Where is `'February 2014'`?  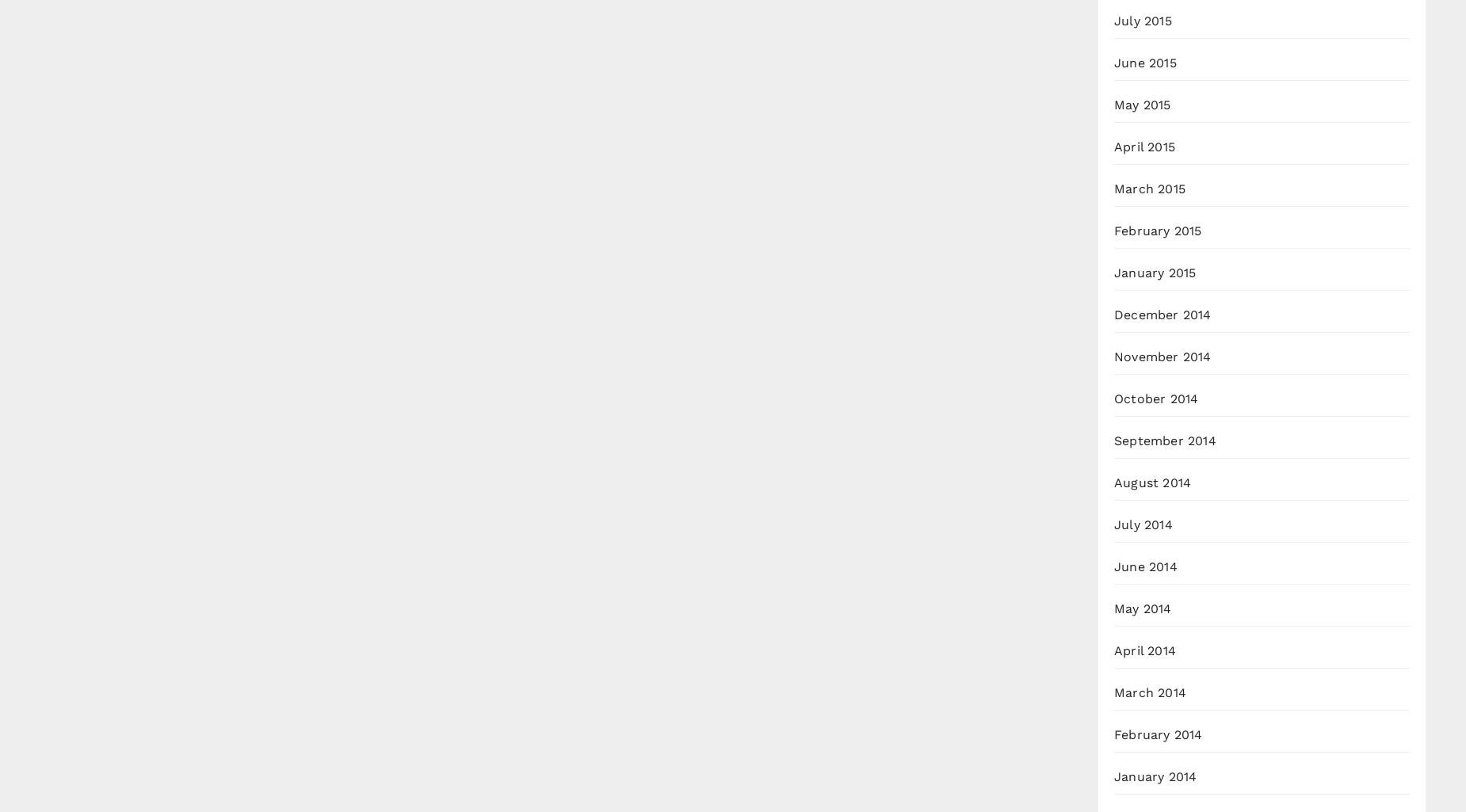
'February 2014' is located at coordinates (1158, 734).